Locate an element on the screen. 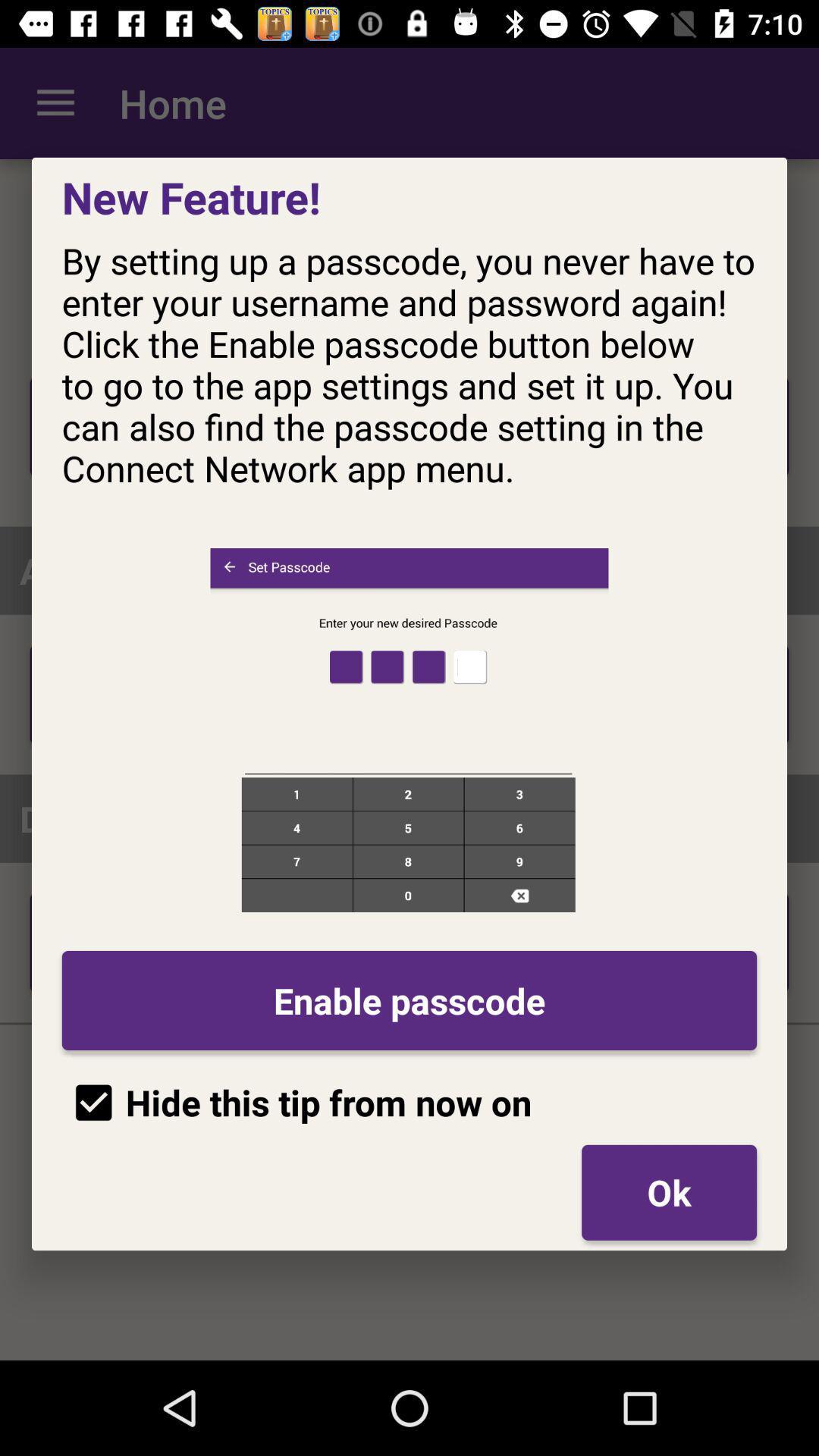 The width and height of the screenshot is (819, 1456). the icon next to ok is located at coordinates (297, 1103).